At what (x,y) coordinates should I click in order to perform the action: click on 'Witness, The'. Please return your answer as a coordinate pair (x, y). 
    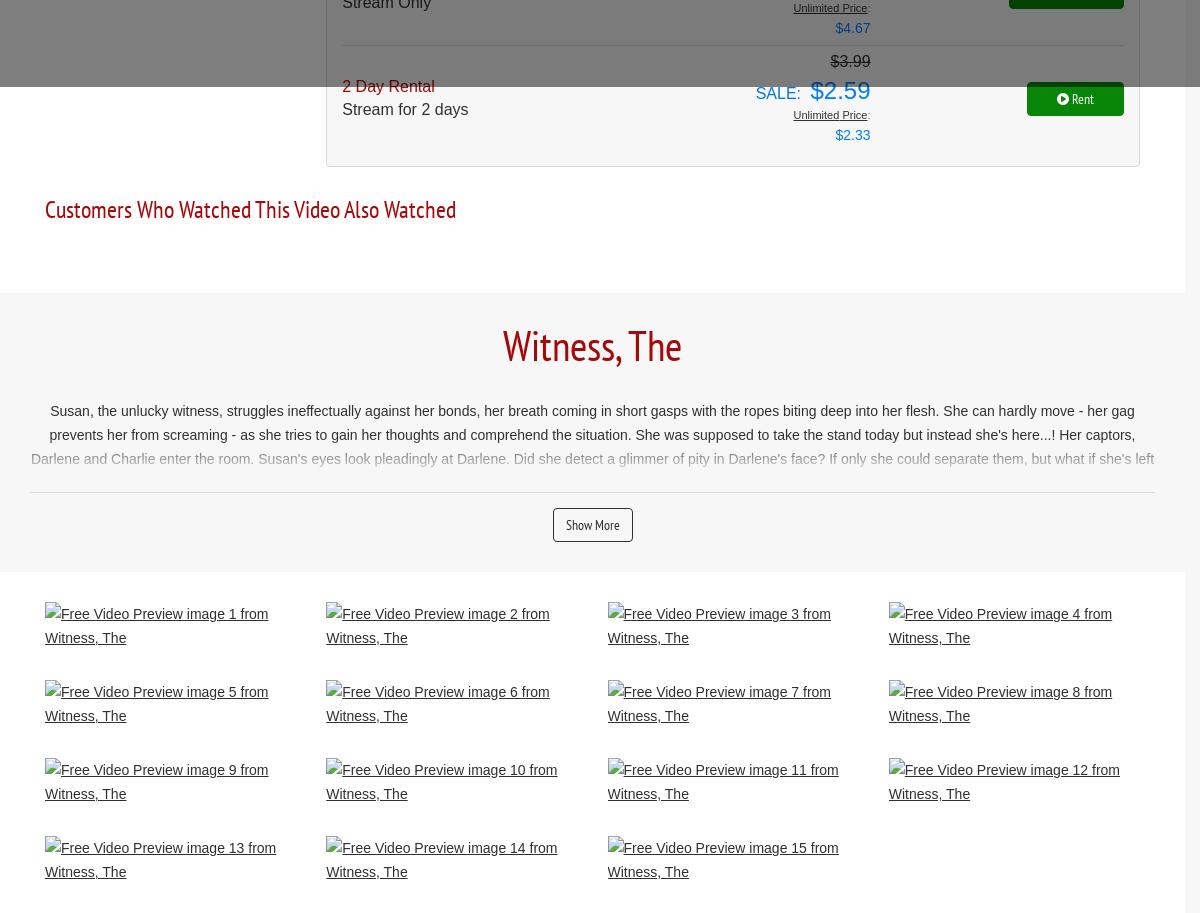
    Looking at the image, I should click on (591, 344).